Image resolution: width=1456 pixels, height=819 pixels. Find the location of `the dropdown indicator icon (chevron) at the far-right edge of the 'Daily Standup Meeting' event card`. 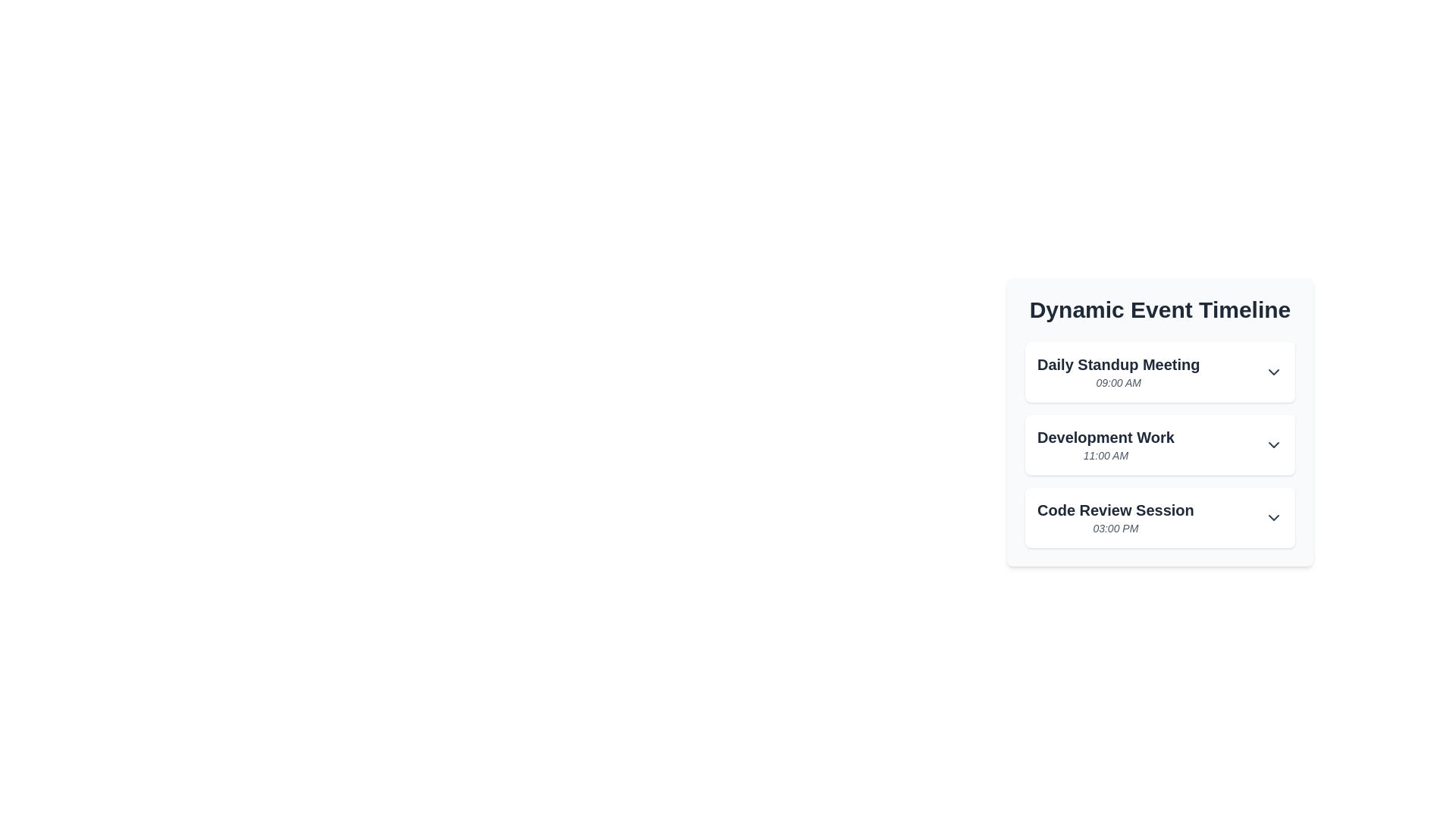

the dropdown indicator icon (chevron) at the far-right edge of the 'Daily Standup Meeting' event card is located at coordinates (1274, 372).